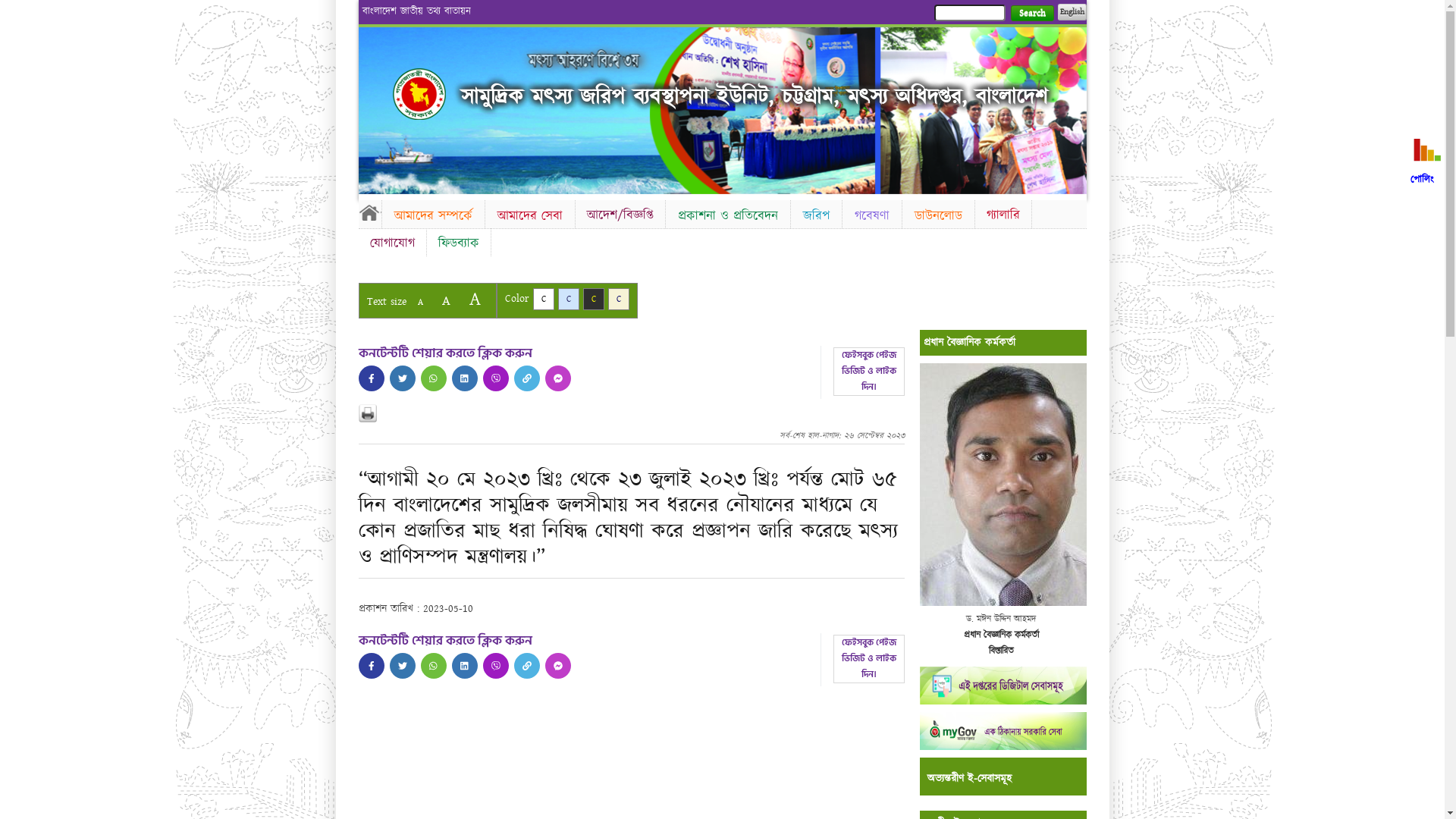  Describe the element at coordinates (369, 212) in the screenshot. I see `'Home'` at that location.